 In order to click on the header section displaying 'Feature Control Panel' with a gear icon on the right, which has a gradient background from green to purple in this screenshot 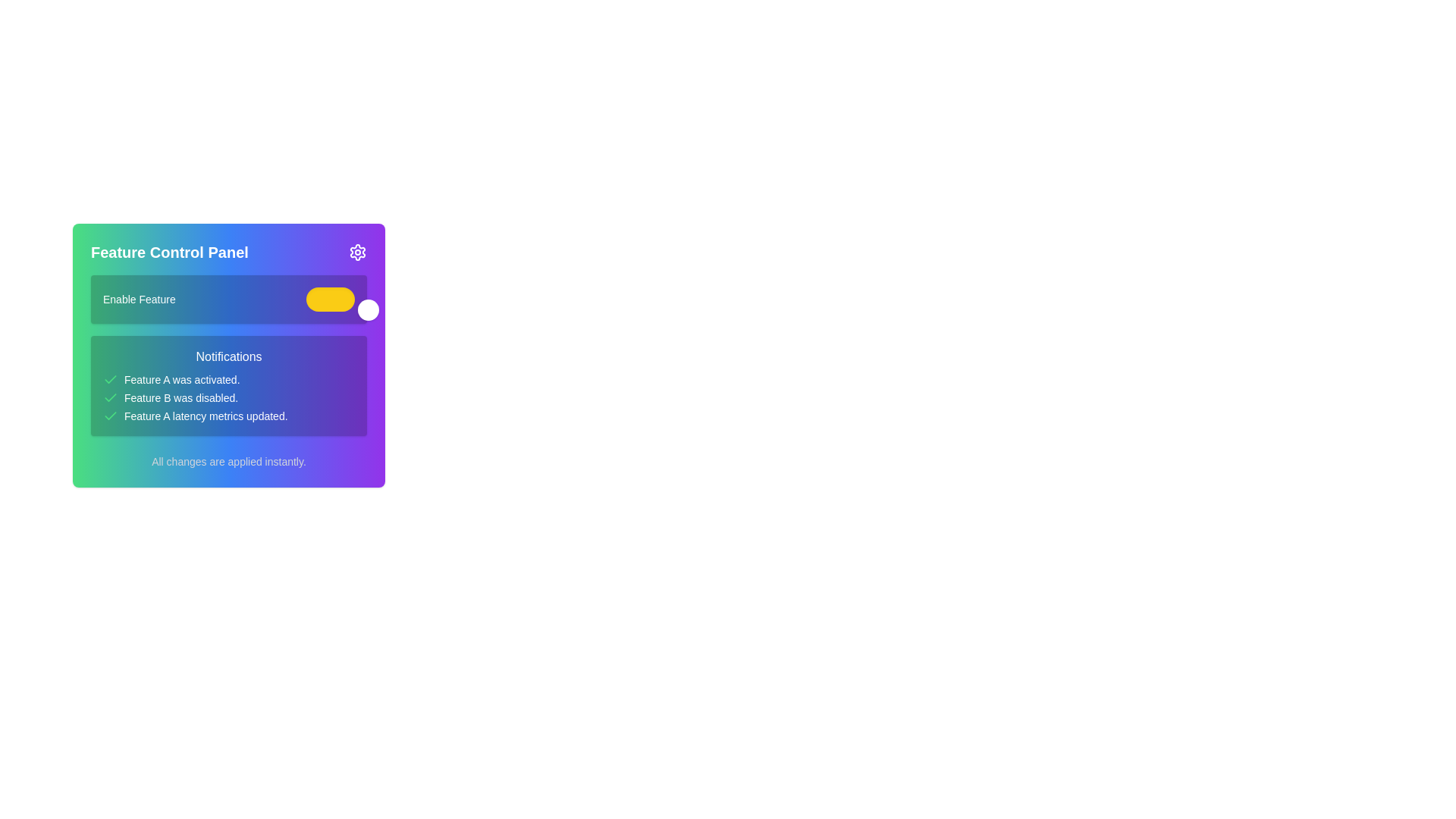, I will do `click(228, 251)`.